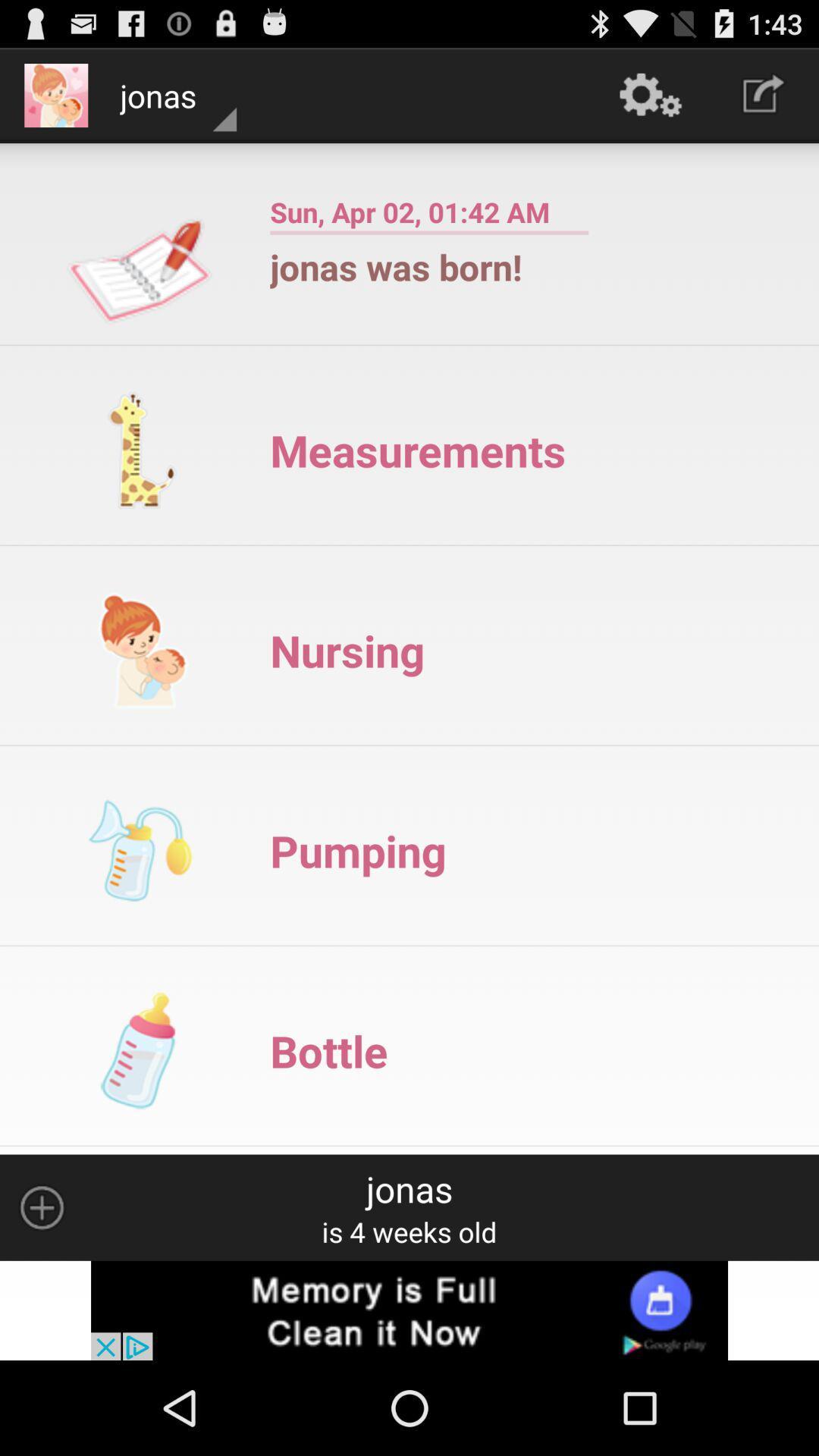  What do you see at coordinates (41, 1207) in the screenshot?
I see `increase` at bounding box center [41, 1207].